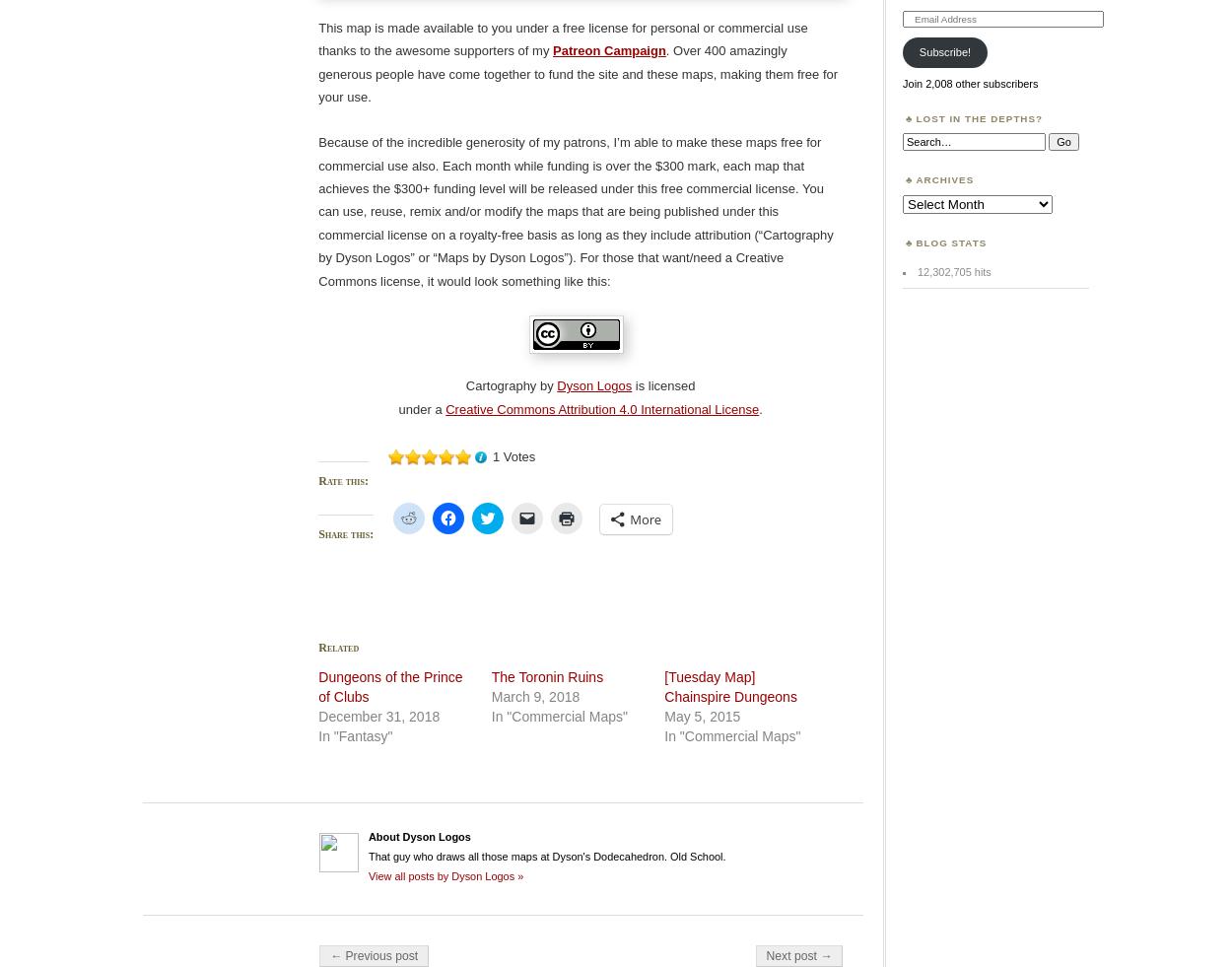  I want to click on 'Creative Commons Attribution 4.0 International License', so click(601, 407).